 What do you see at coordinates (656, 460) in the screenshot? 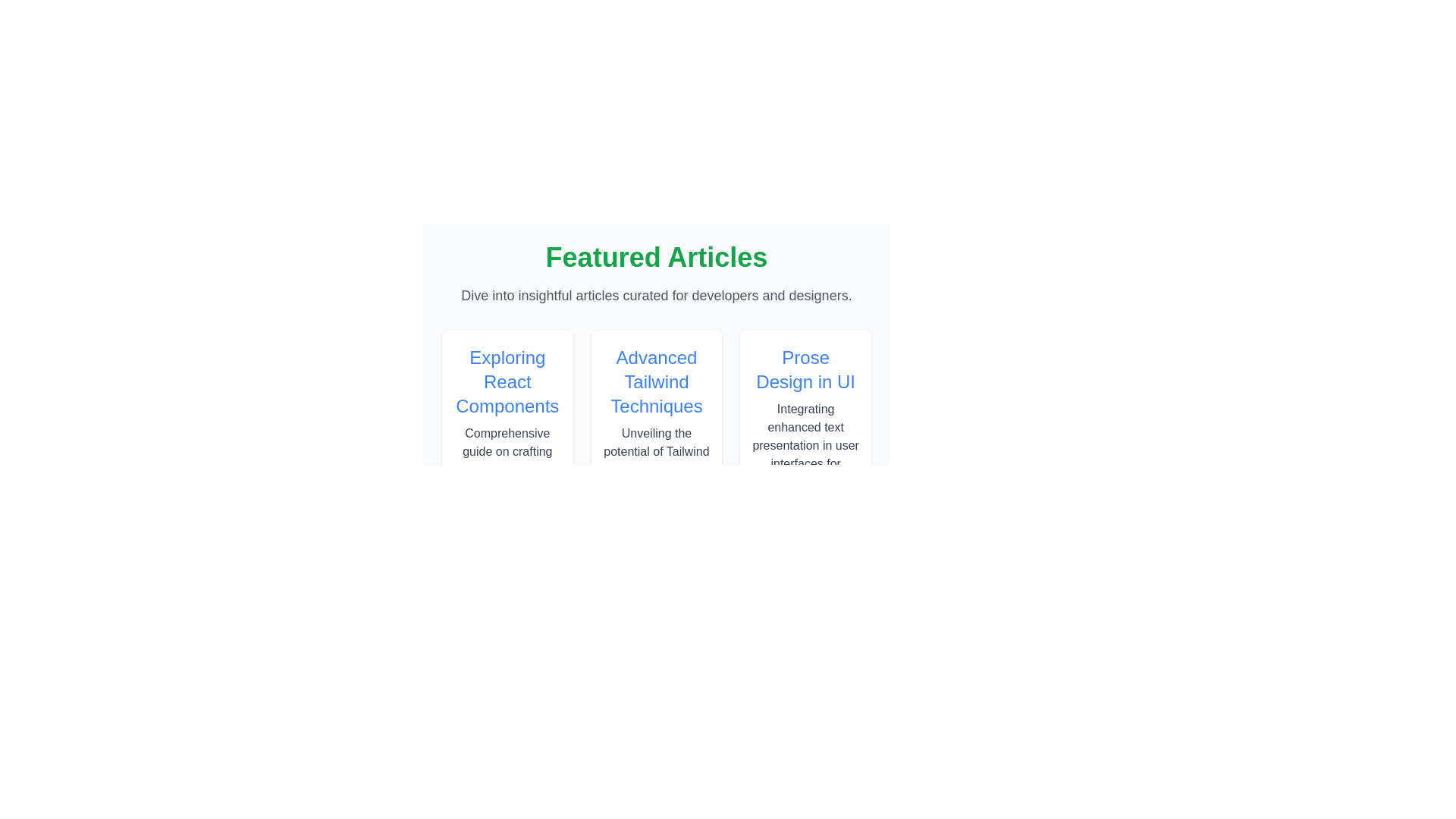
I see `the text block displaying 'Unveiling the potential of Tailwind CSS for rapid UI development', located below the header 'Advanced Tailwind Techniques'` at bounding box center [656, 460].